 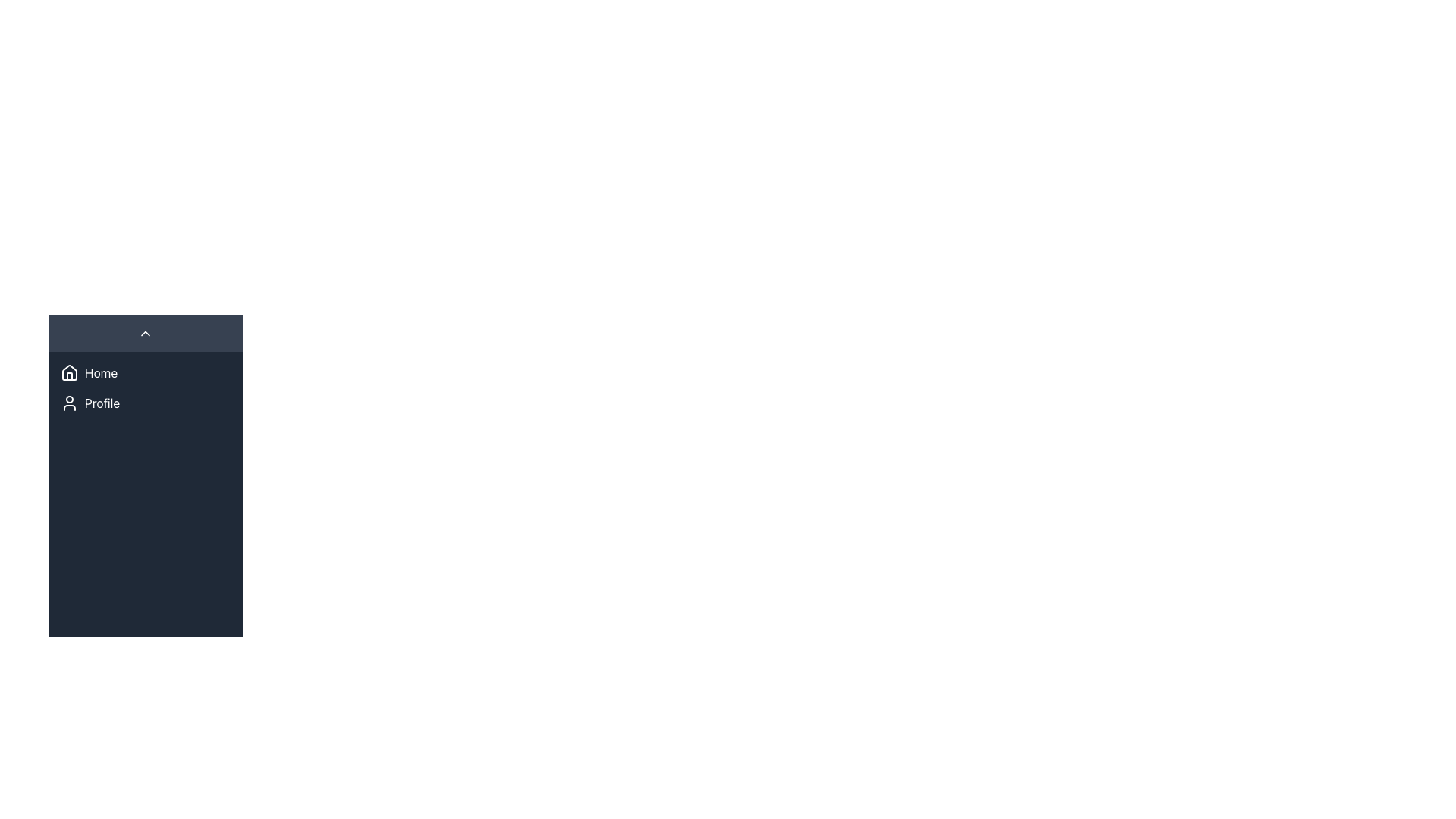 What do you see at coordinates (102, 403) in the screenshot?
I see `the 'Profile' text label, which is the second item in the vertical navigation list` at bounding box center [102, 403].